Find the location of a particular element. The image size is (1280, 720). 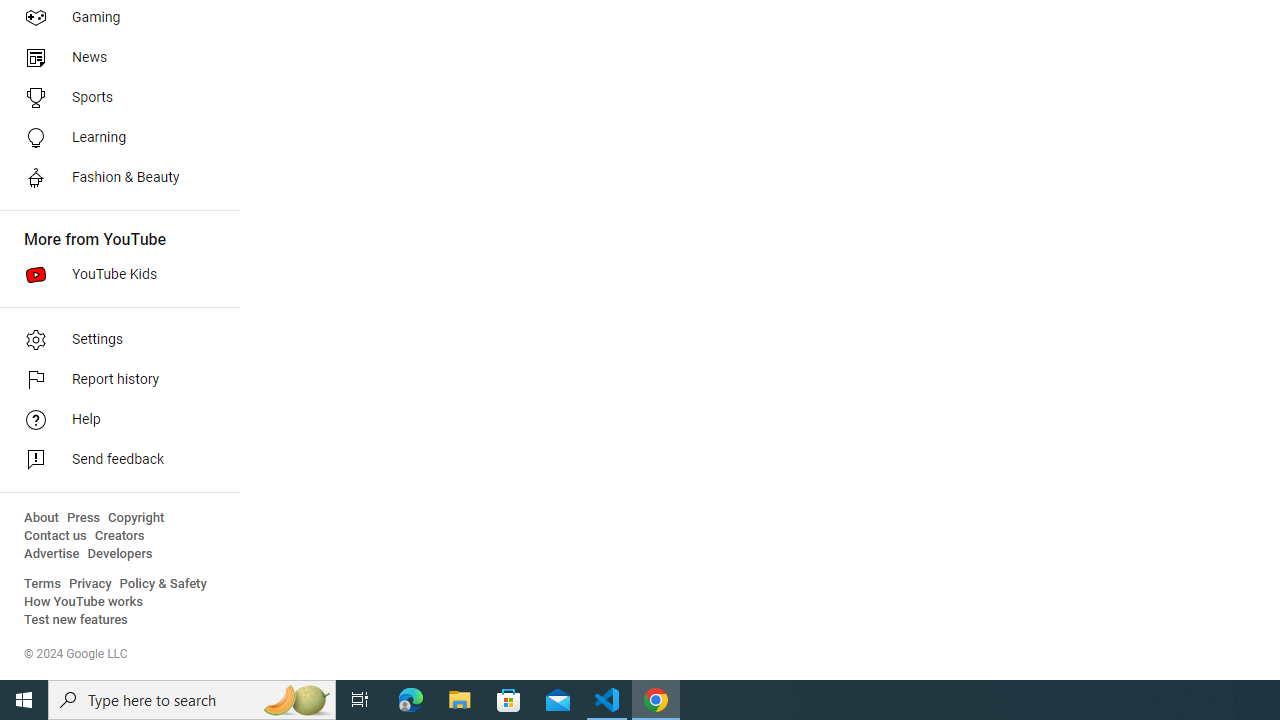

'Press' is located at coordinates (82, 517).